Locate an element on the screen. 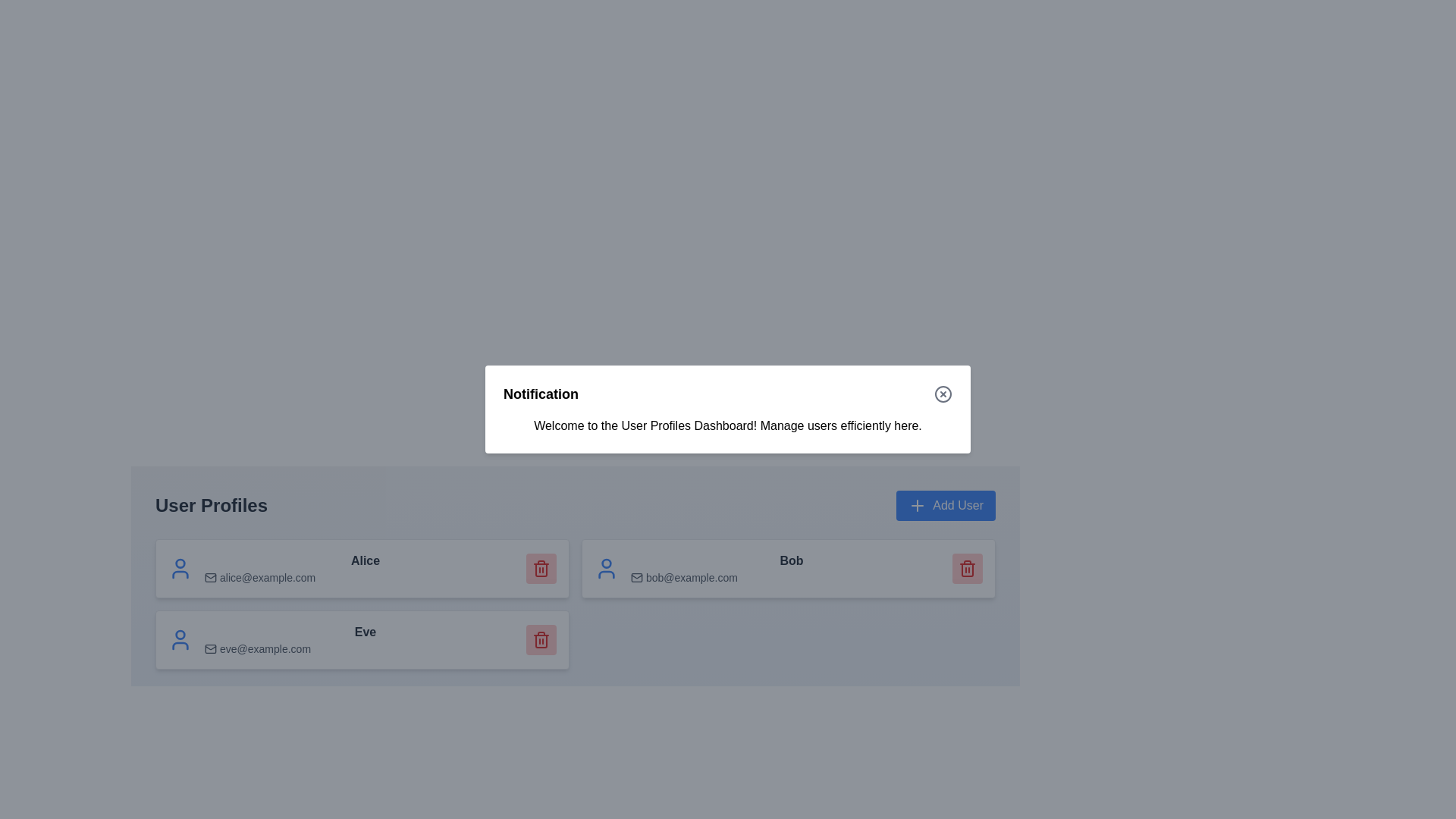 This screenshot has width=1456, height=819. the user icon outlined in blue for 'Eve' located in the user profiles section, positioned left of the text 'Eve' and 'eve@example.com' is located at coordinates (180, 640).